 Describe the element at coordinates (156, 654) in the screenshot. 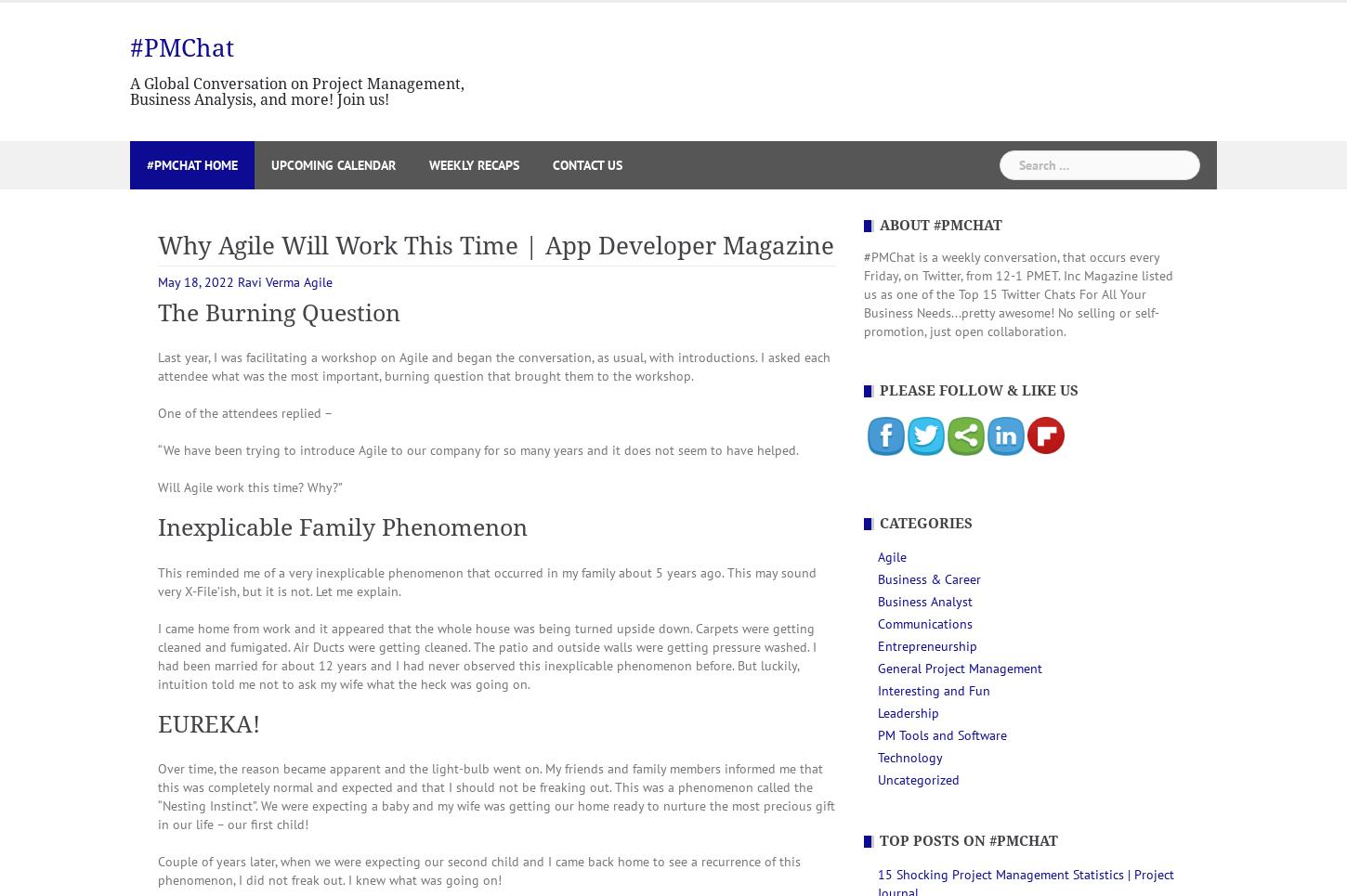

I see `'I came home from work and it appeared that the whole house was being turned upside down. Carpets were getting cleaned and fumigated. Air Ducts were getting cleaned. The patio and outside walls were getting pressure washed. I had been married for about 12 years and I had never observed this inexplicable phenomenon before. But luckily, intuition told me not to ask my wife what the heck was going on.'` at that location.